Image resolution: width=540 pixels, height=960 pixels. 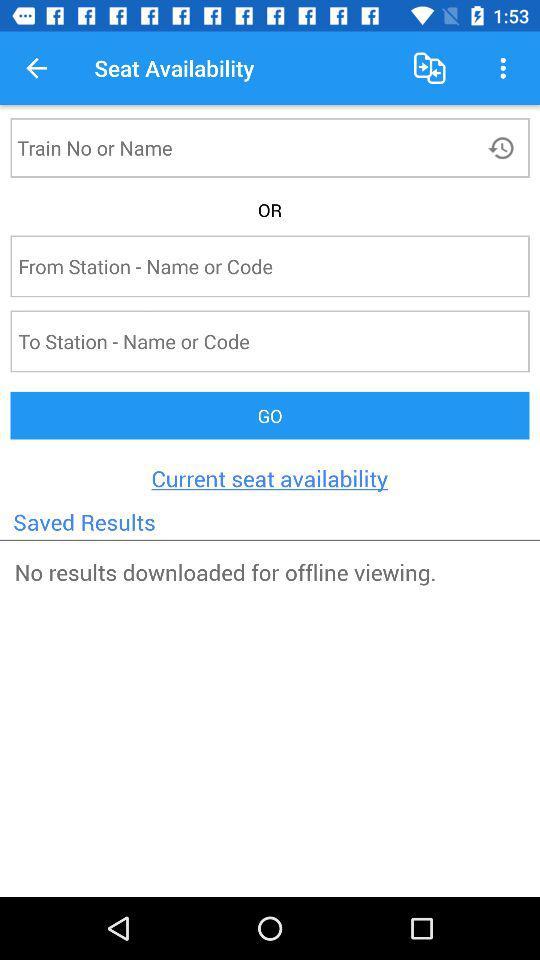 What do you see at coordinates (36, 68) in the screenshot?
I see `icon to the left of the seat availability` at bounding box center [36, 68].